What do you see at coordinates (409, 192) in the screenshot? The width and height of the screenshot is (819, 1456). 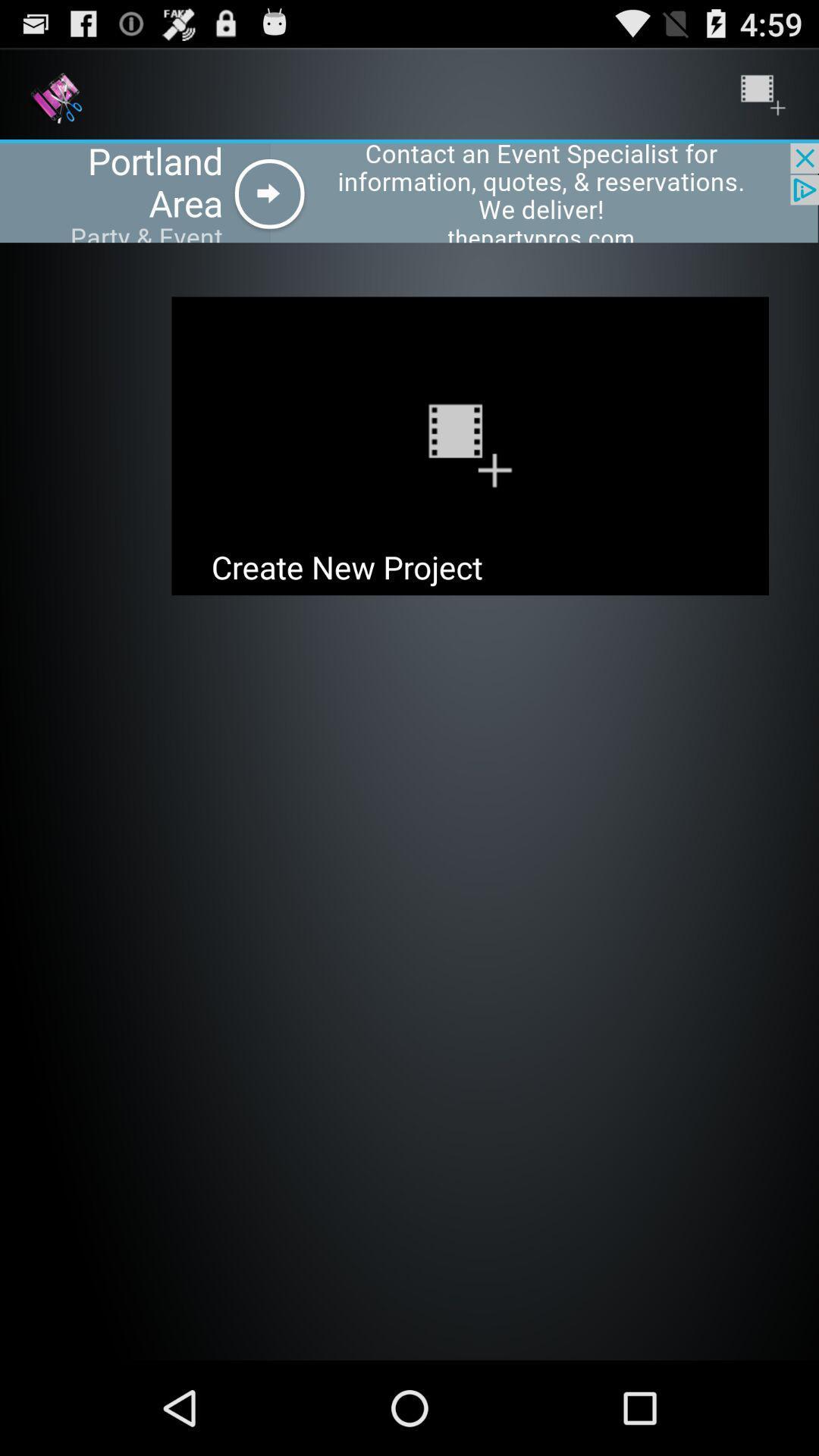 I see `click advertisement` at bounding box center [409, 192].